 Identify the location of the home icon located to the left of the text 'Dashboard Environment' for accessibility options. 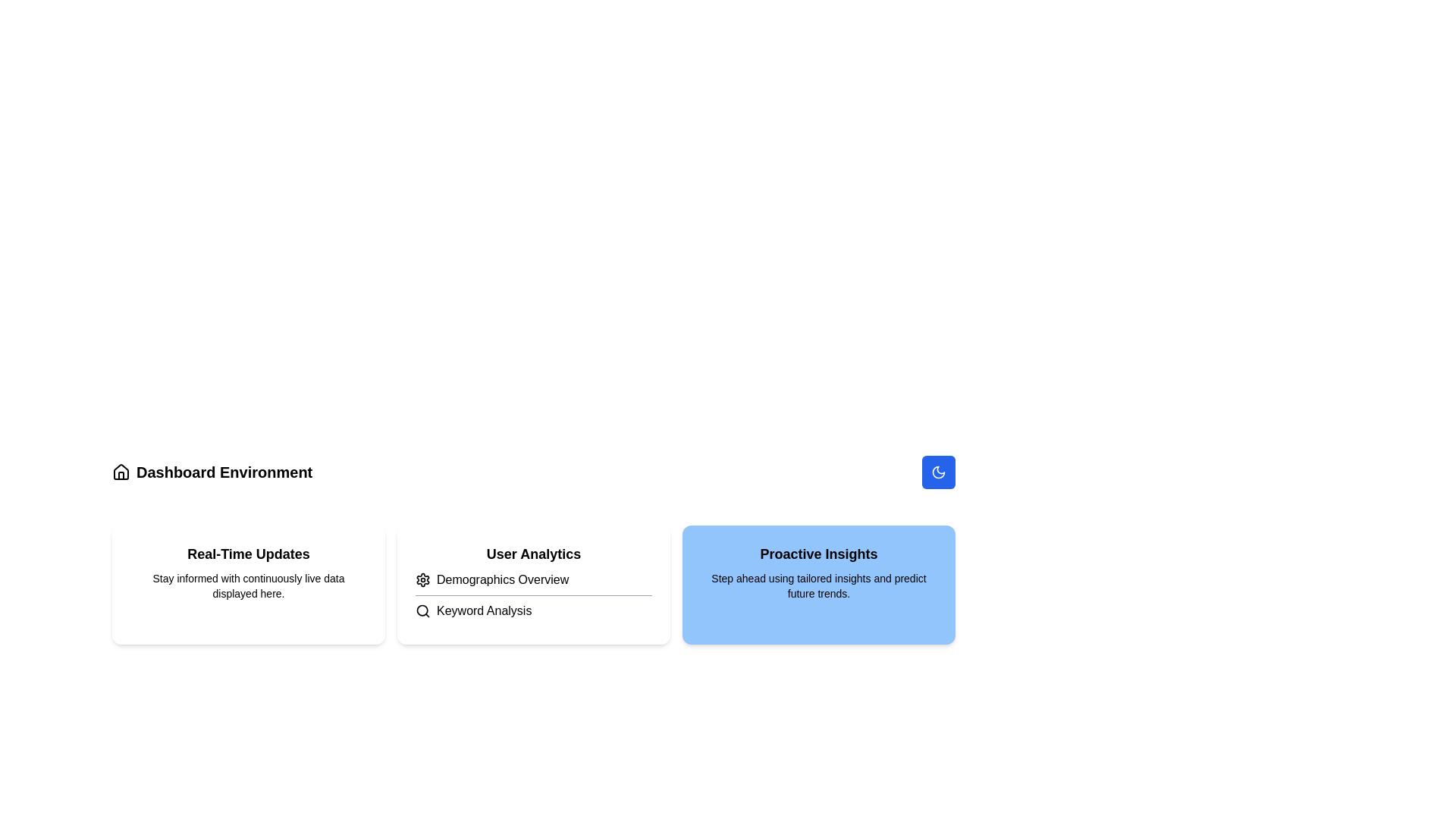
(120, 472).